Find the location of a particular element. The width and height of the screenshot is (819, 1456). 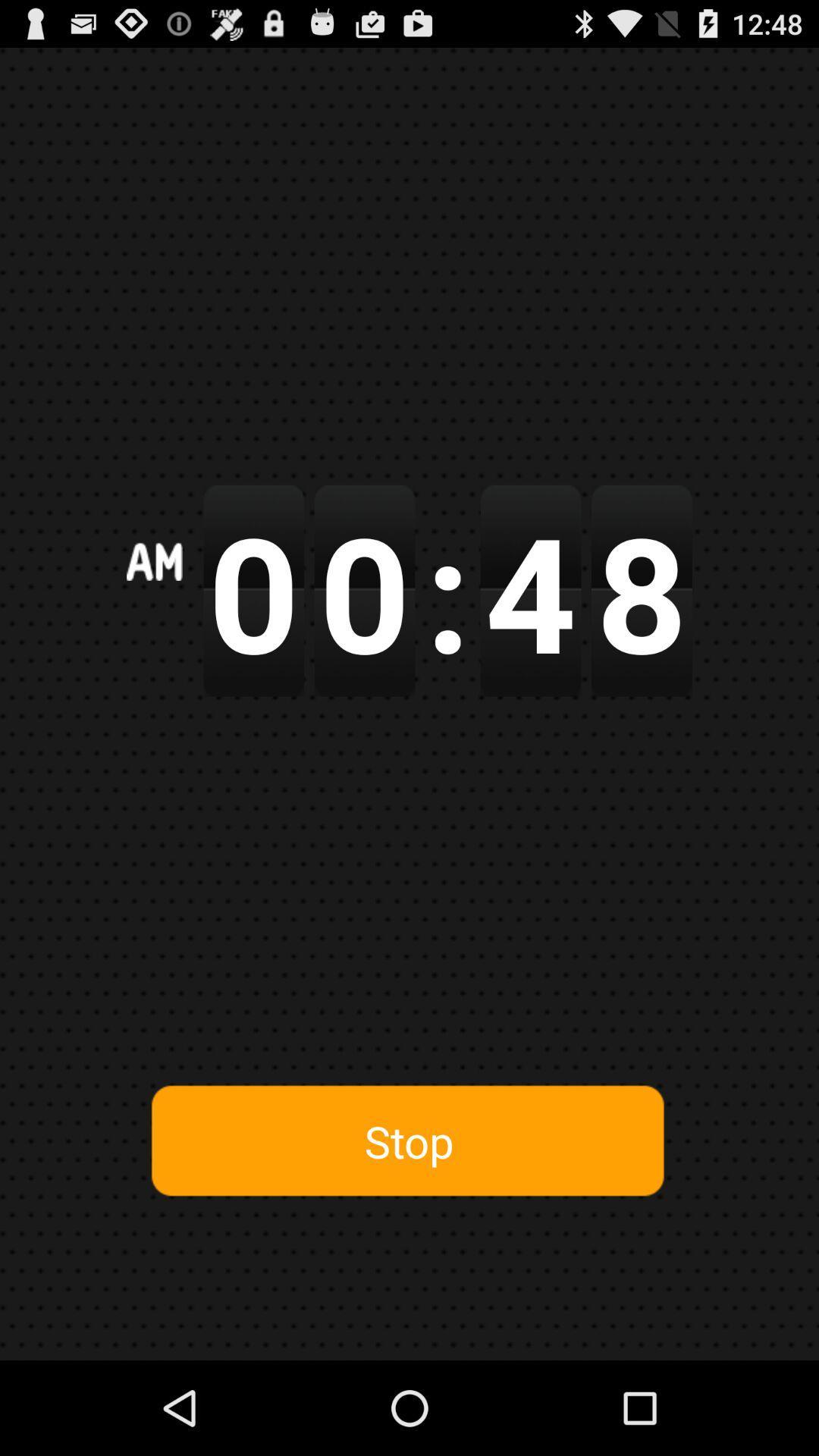

stop is located at coordinates (408, 1141).